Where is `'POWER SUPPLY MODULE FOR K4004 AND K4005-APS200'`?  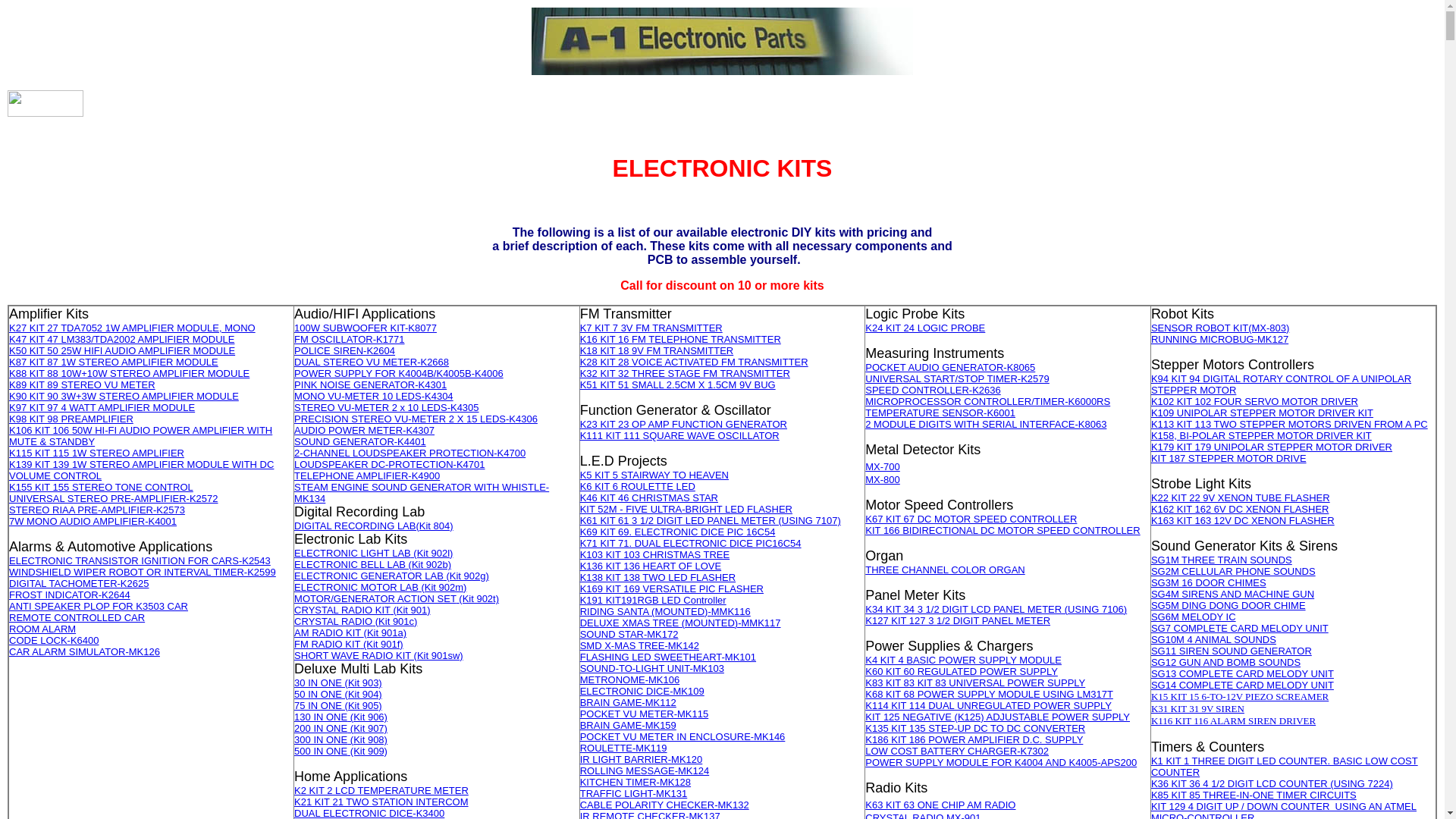 'POWER SUPPLY MODULE FOR K4004 AND K4005-APS200' is located at coordinates (1001, 762).